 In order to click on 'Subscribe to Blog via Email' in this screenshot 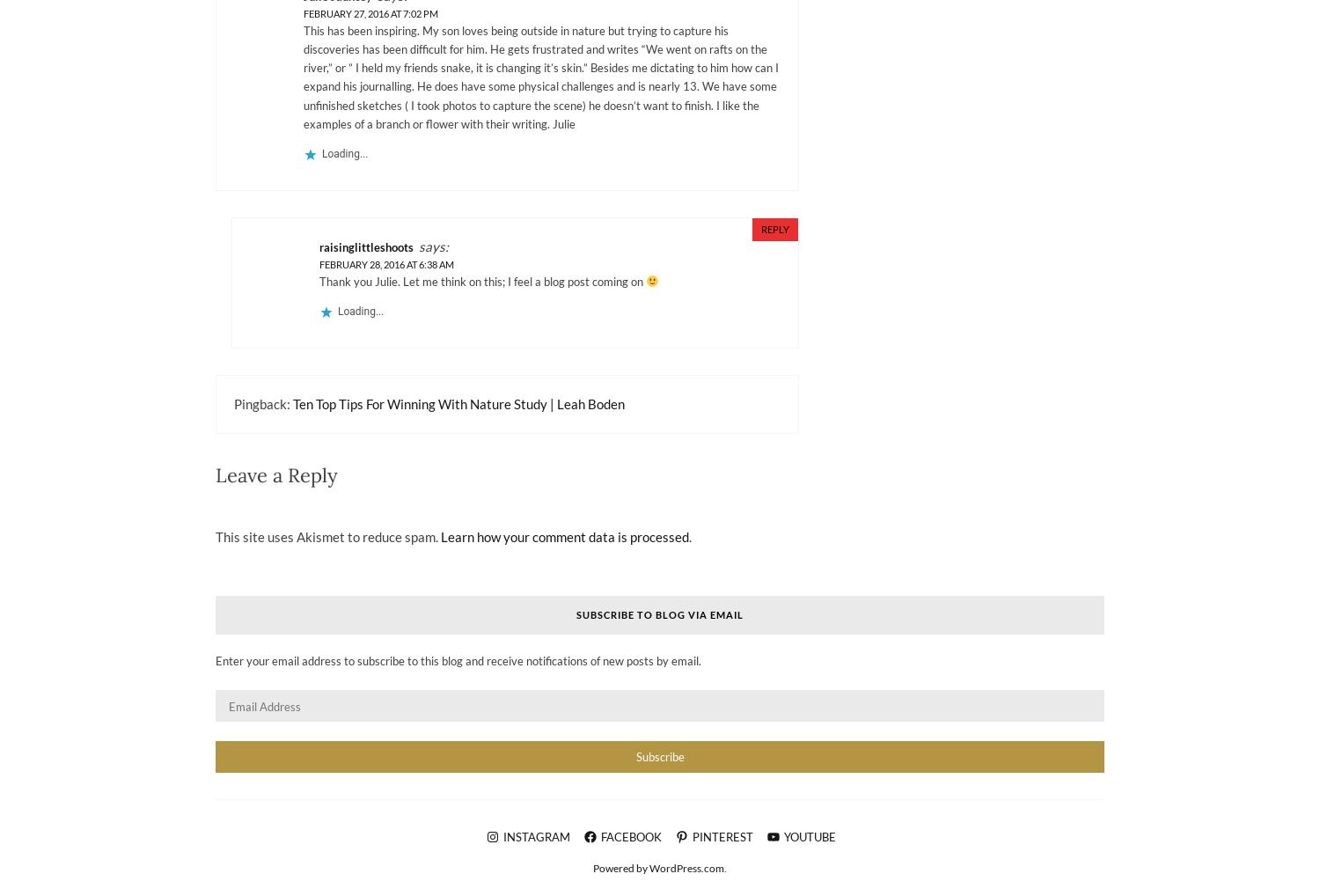, I will do `click(660, 614)`.